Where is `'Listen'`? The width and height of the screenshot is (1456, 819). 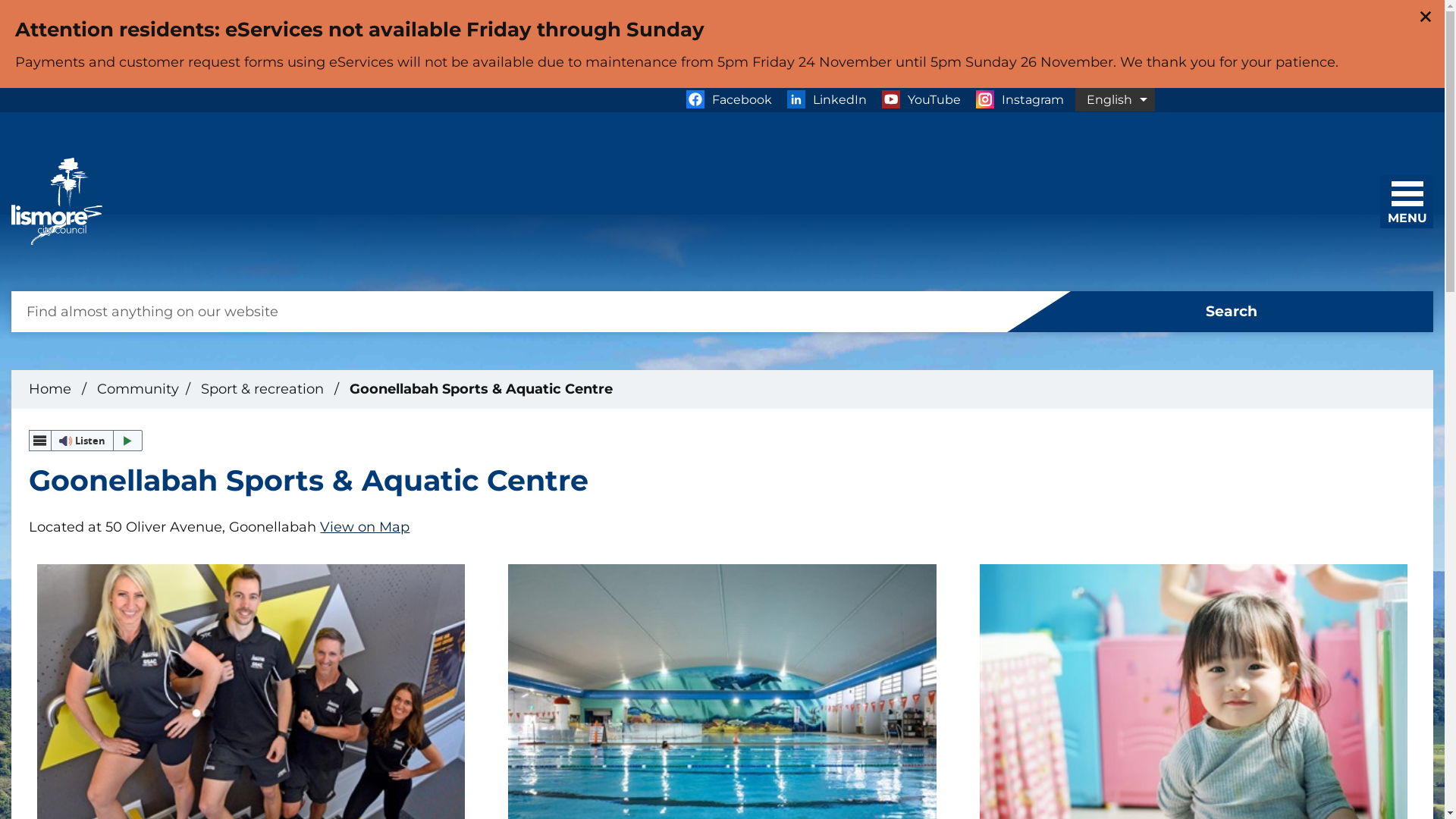 'Listen' is located at coordinates (85, 441).